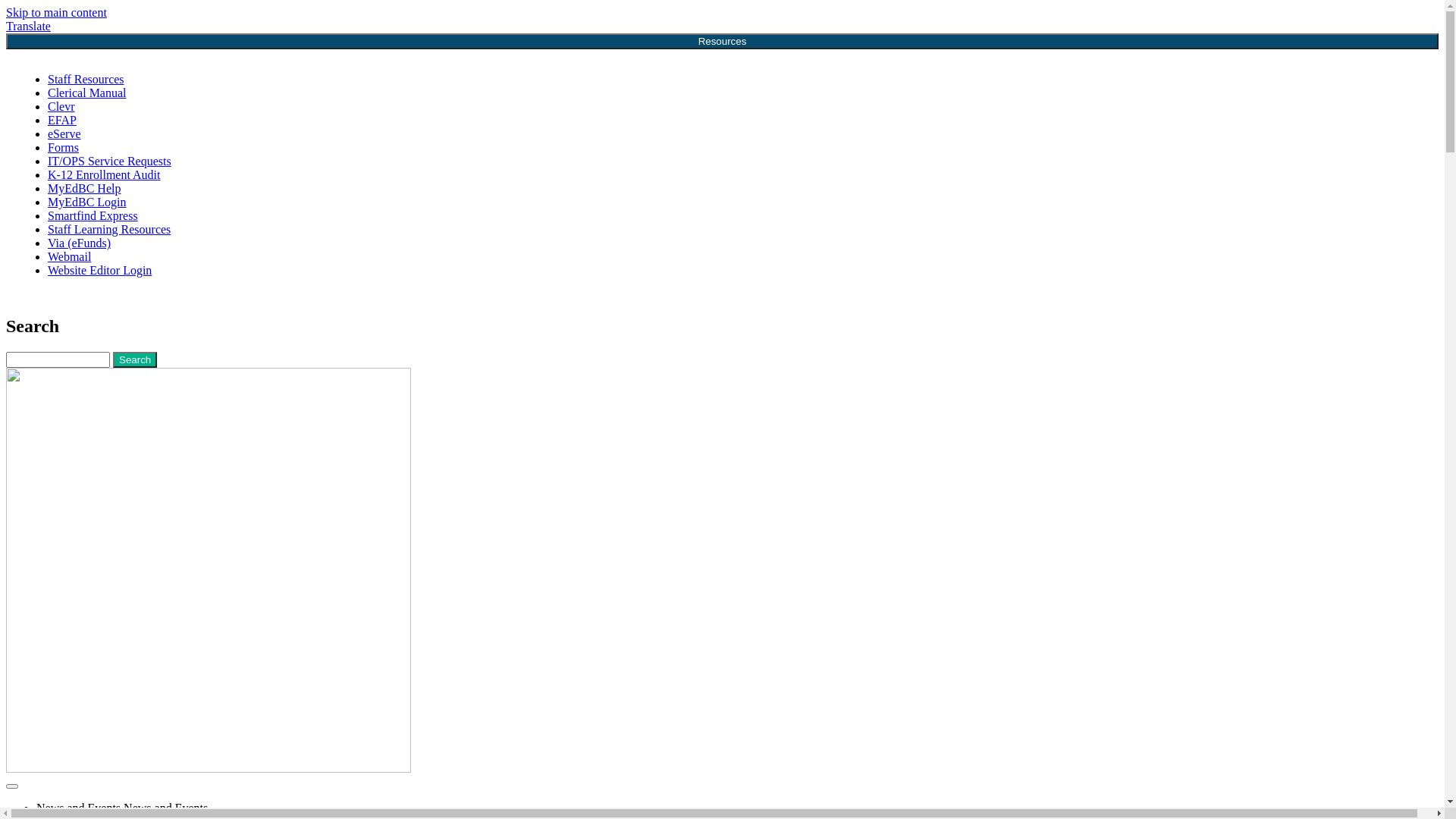 The width and height of the screenshot is (1456, 819). I want to click on 'Enter the terms you wish to search for.', so click(6, 359).